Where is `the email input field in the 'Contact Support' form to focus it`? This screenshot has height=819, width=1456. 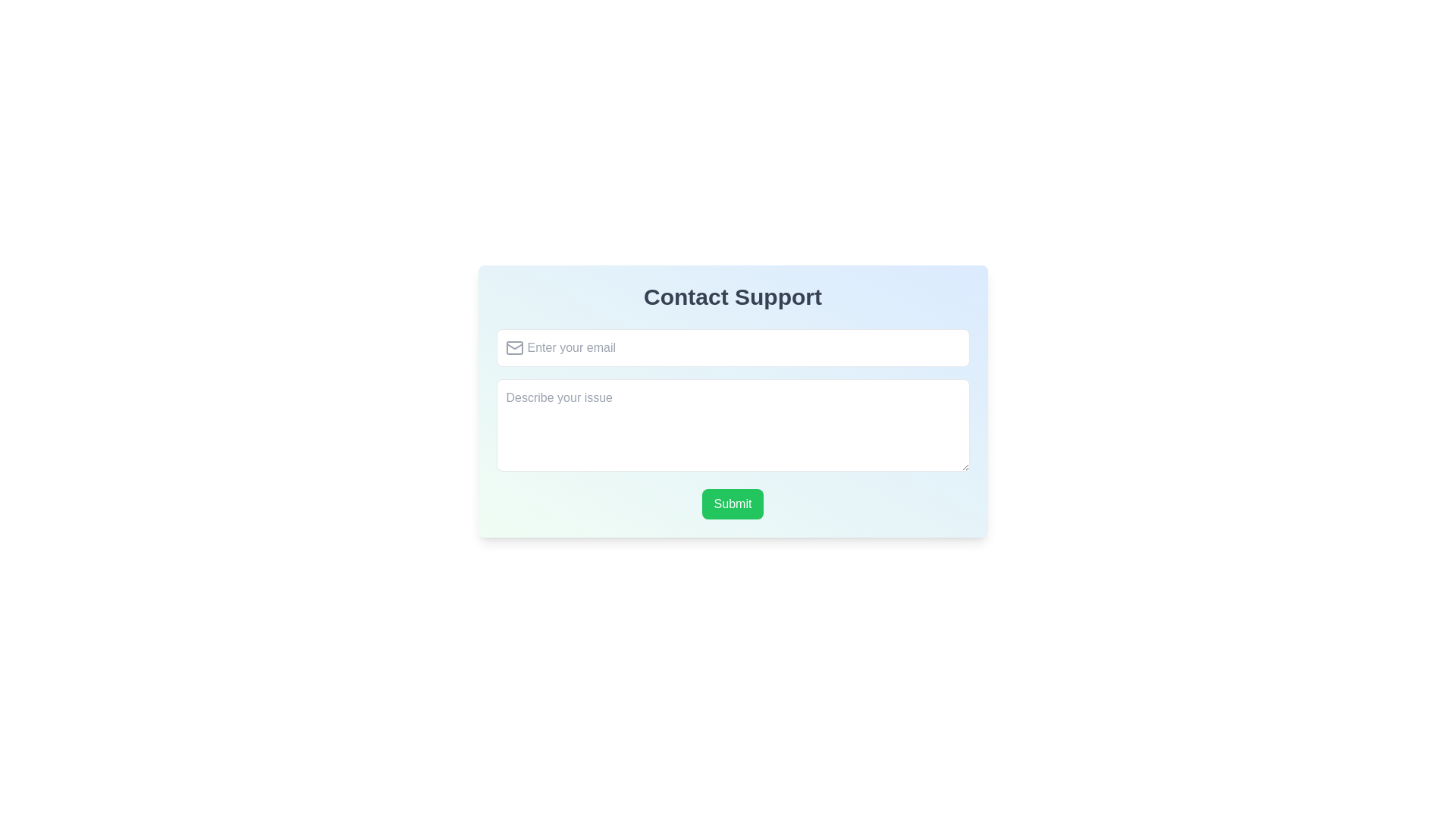 the email input field in the 'Contact Support' form to focus it is located at coordinates (733, 348).